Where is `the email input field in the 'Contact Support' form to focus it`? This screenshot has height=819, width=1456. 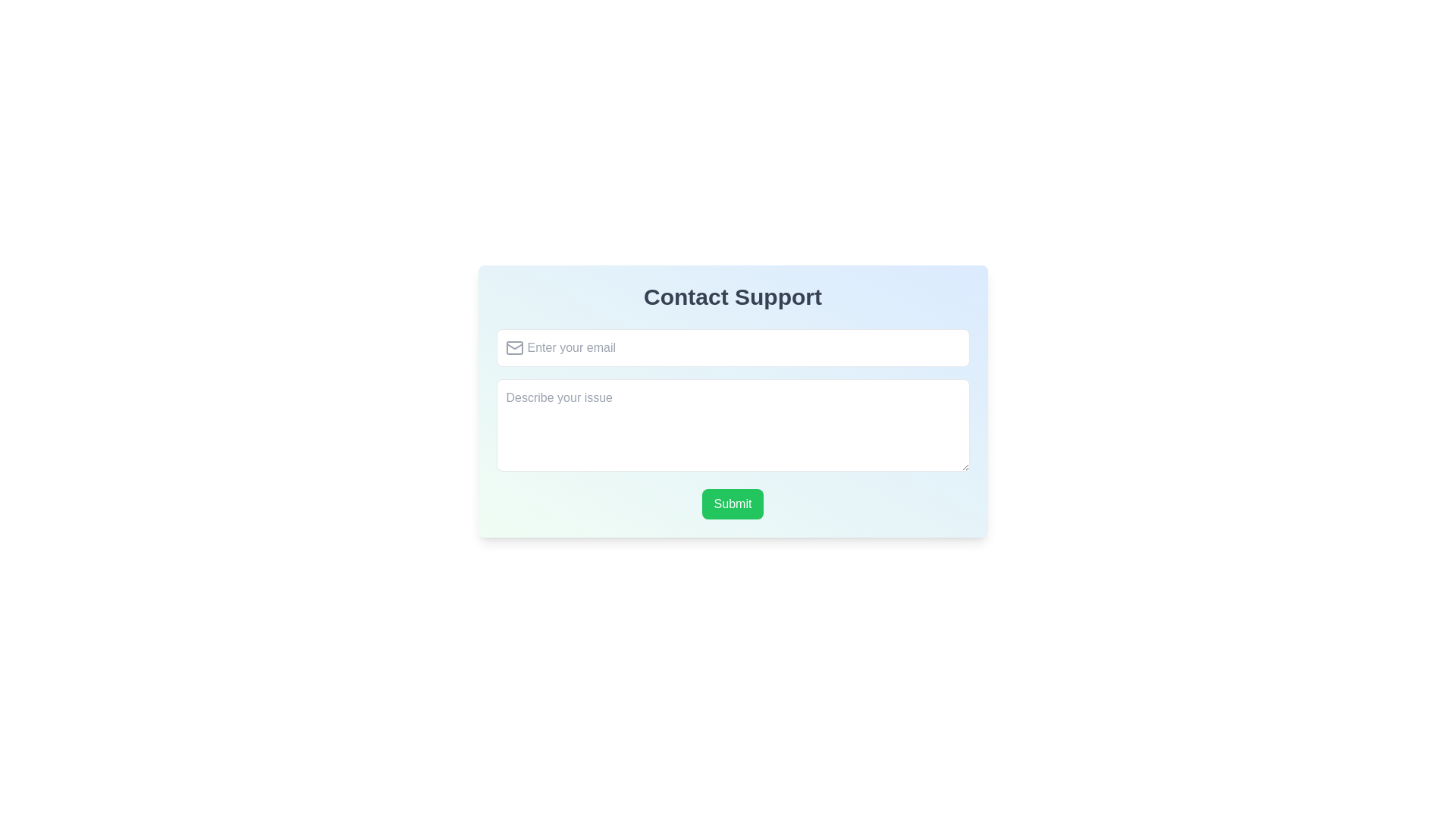 the email input field in the 'Contact Support' form to focus it is located at coordinates (733, 348).